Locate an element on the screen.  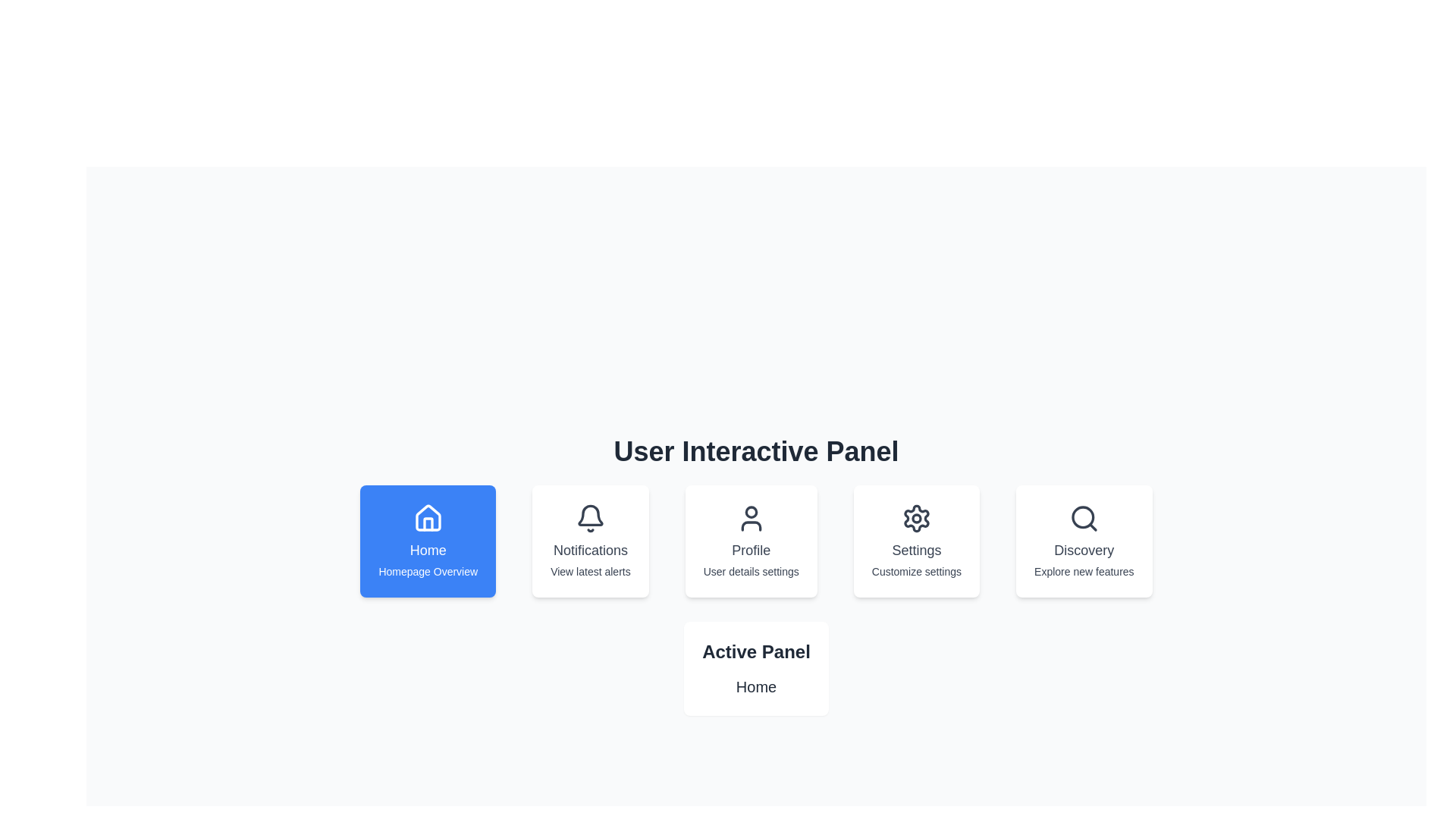
the 'Settings' text label, which indicates the purpose of the 'Settings Customize settings' section and is centrally aligned beneath the gear icon is located at coordinates (915, 550).